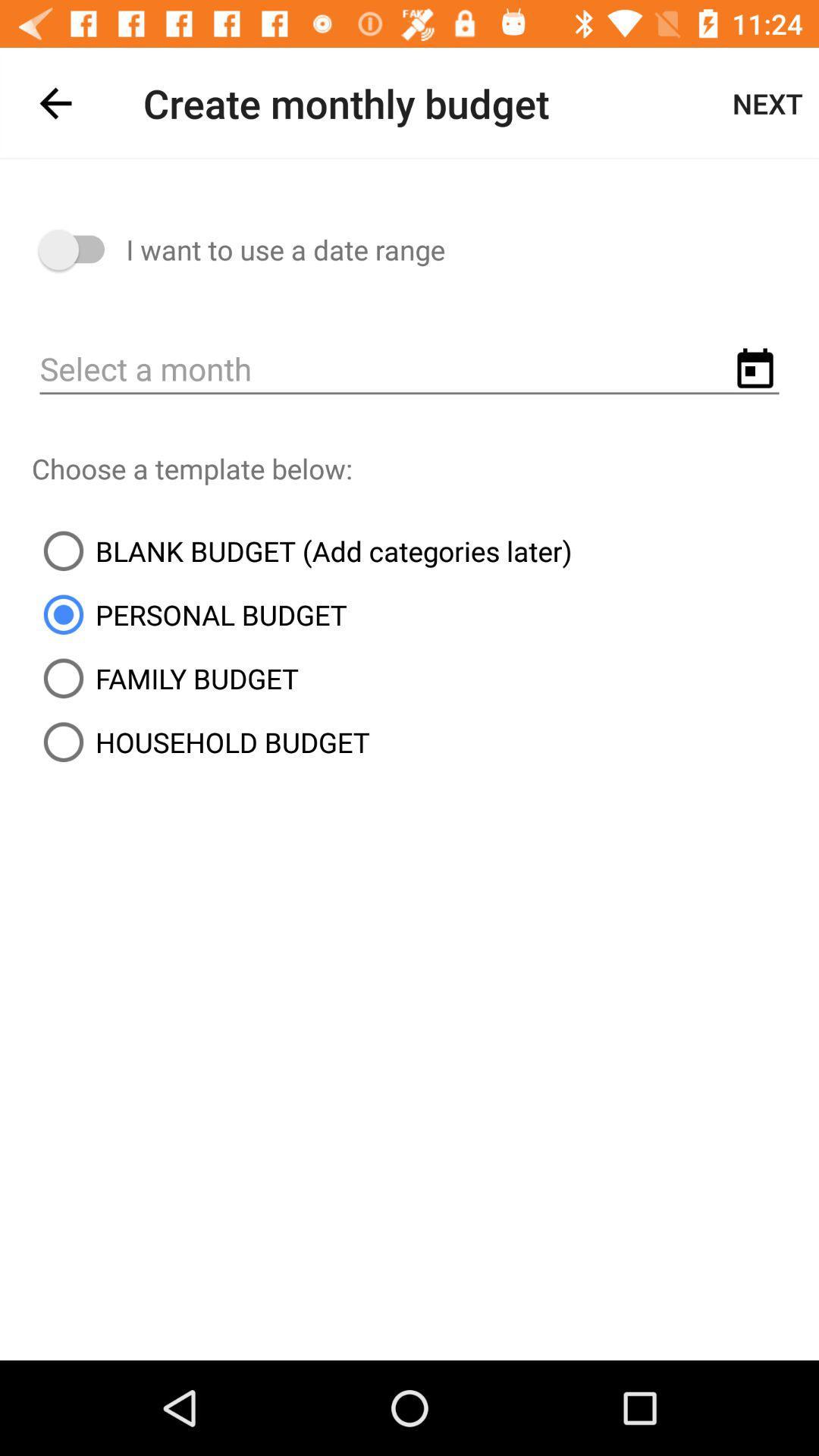  What do you see at coordinates (302, 550) in the screenshot?
I see `item at the center` at bounding box center [302, 550].